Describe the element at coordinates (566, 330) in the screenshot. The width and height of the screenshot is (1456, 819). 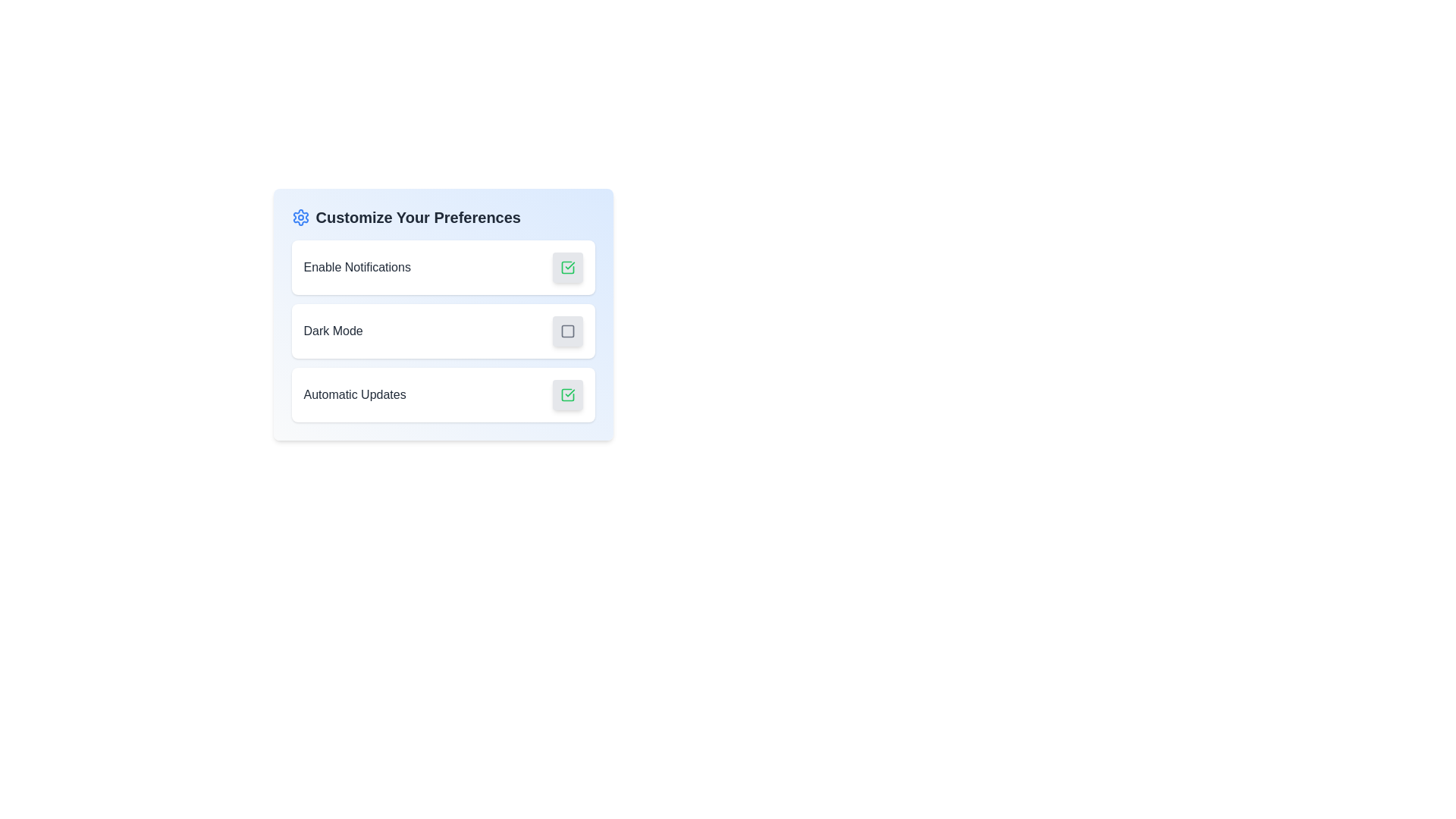
I see `the checkbox toggle control that is styled in a minimalistic gray color, located next to the 'Dark Mode' option in the second row of preference options` at that location.